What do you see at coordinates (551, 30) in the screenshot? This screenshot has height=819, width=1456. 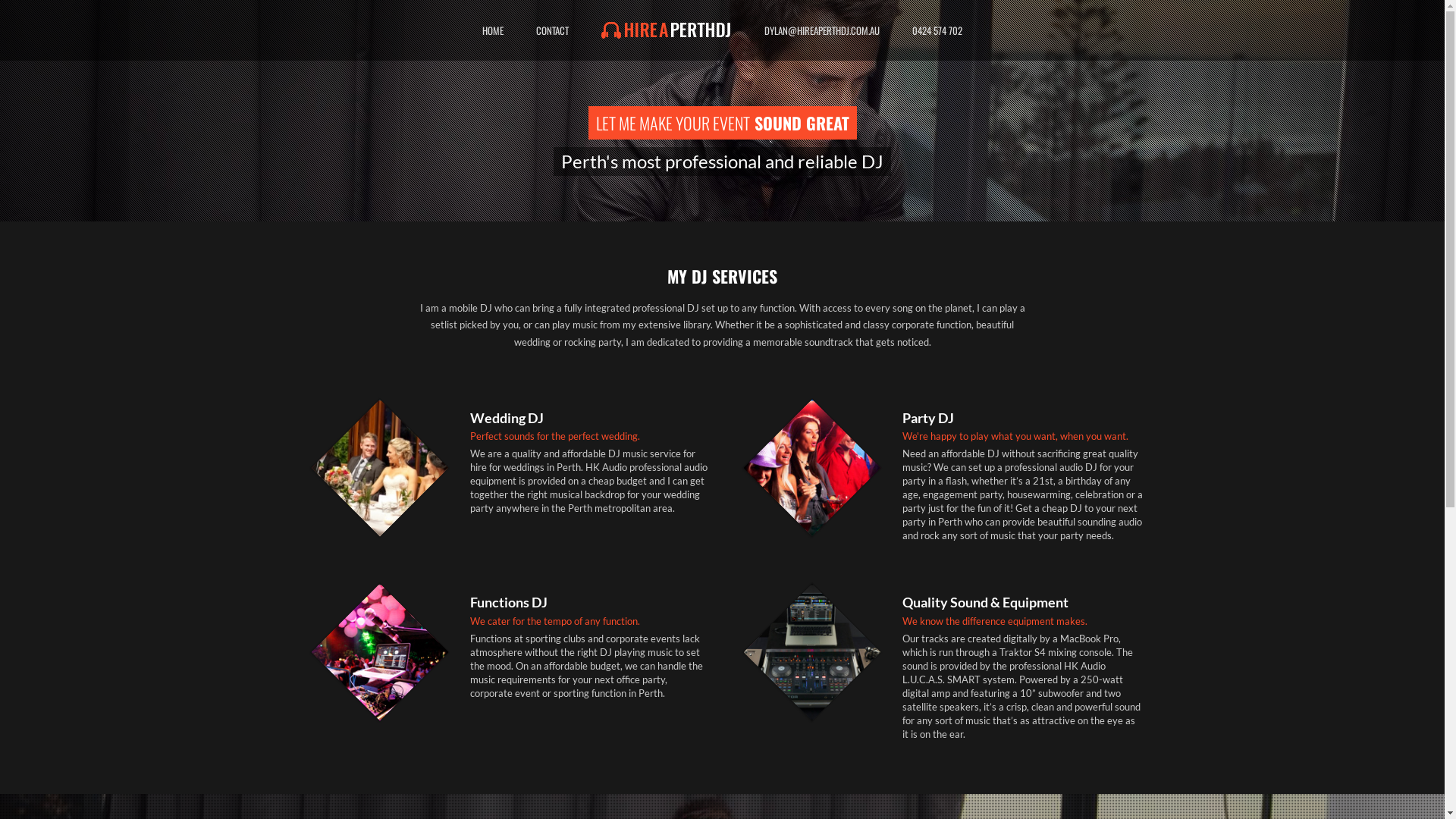 I see `'CONTACT'` at bounding box center [551, 30].